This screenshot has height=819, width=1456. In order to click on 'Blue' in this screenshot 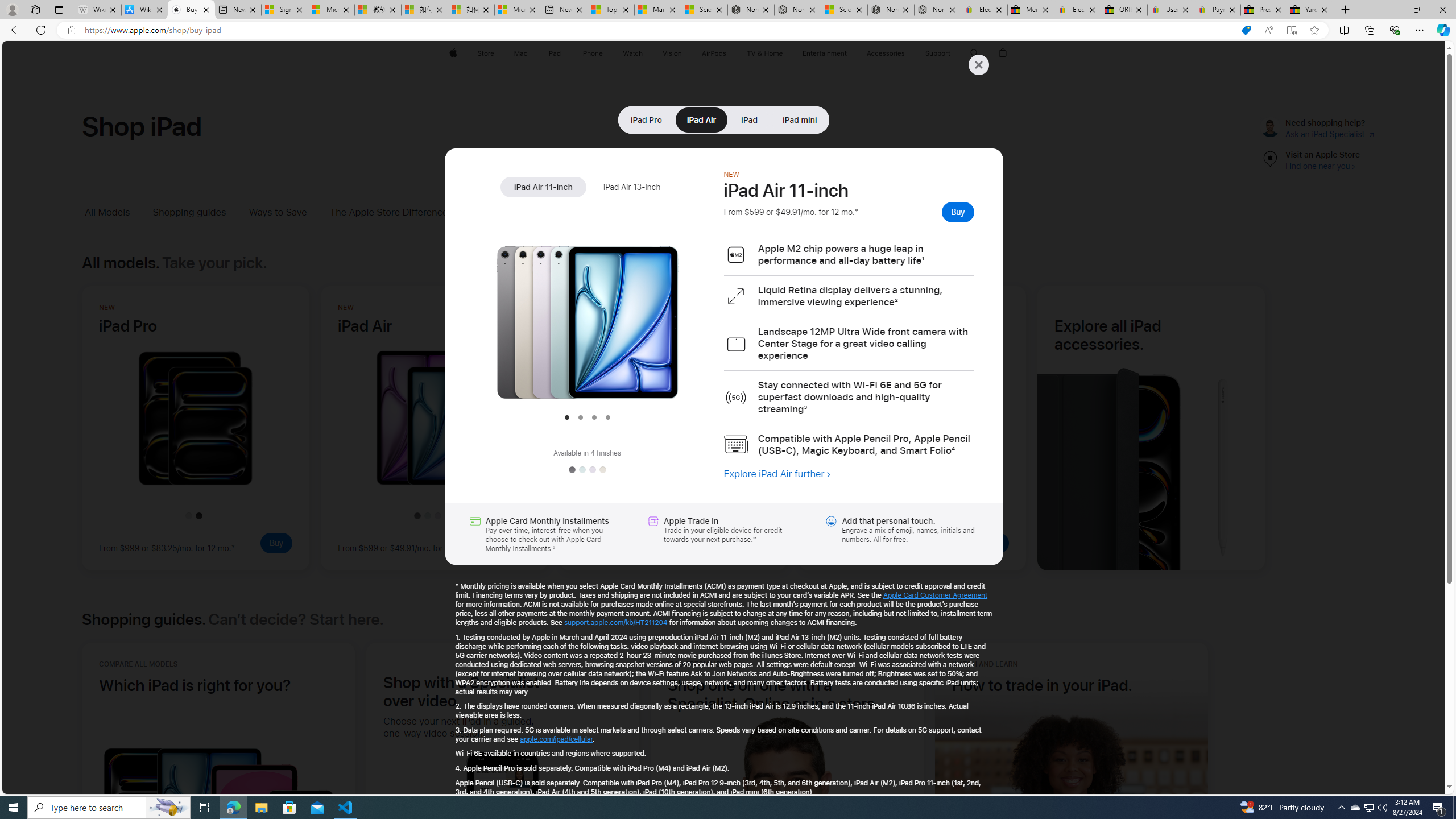, I will do `click(581, 469)`.